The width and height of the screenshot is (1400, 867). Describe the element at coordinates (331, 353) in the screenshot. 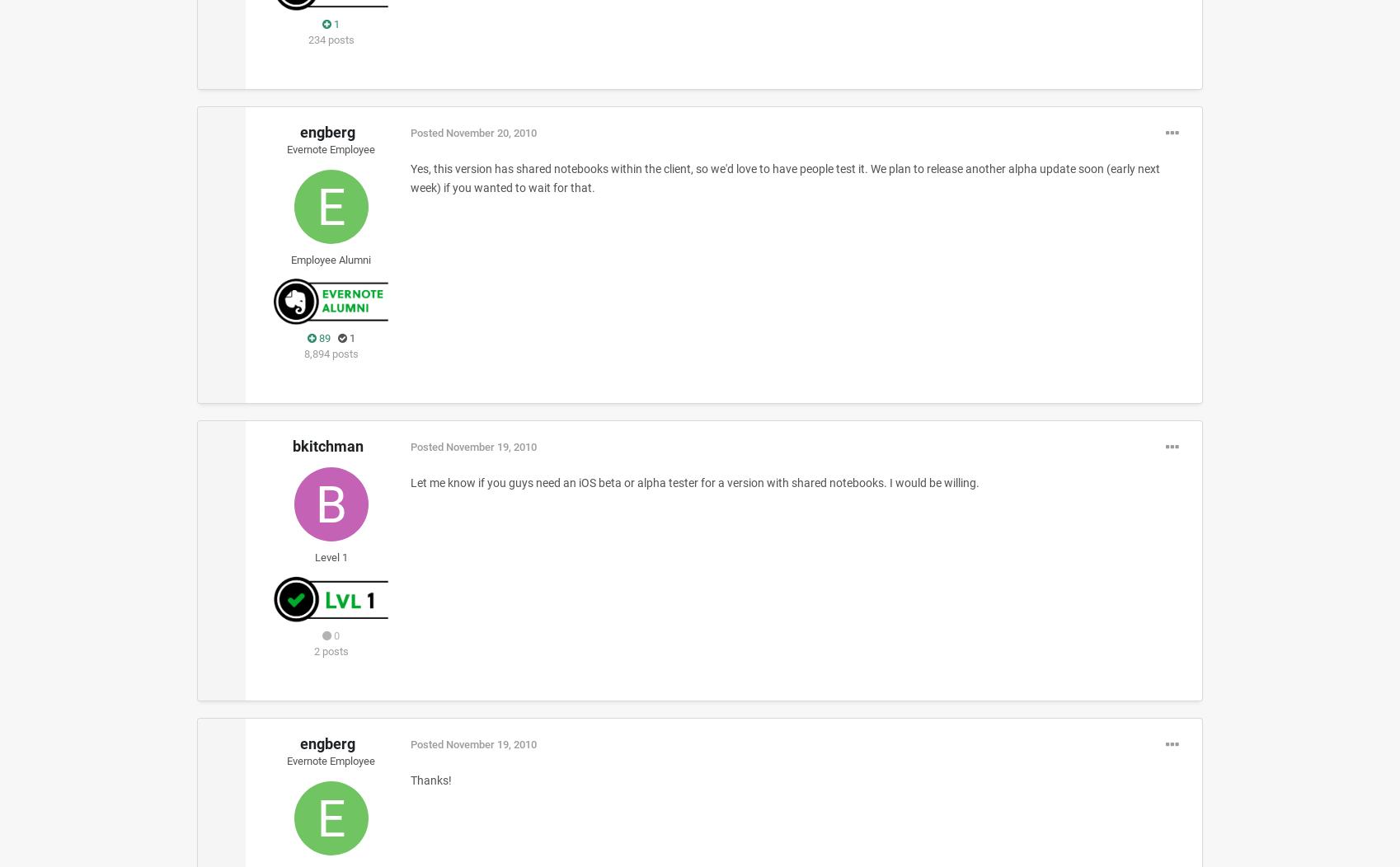

I see `'8,894 posts'` at that location.